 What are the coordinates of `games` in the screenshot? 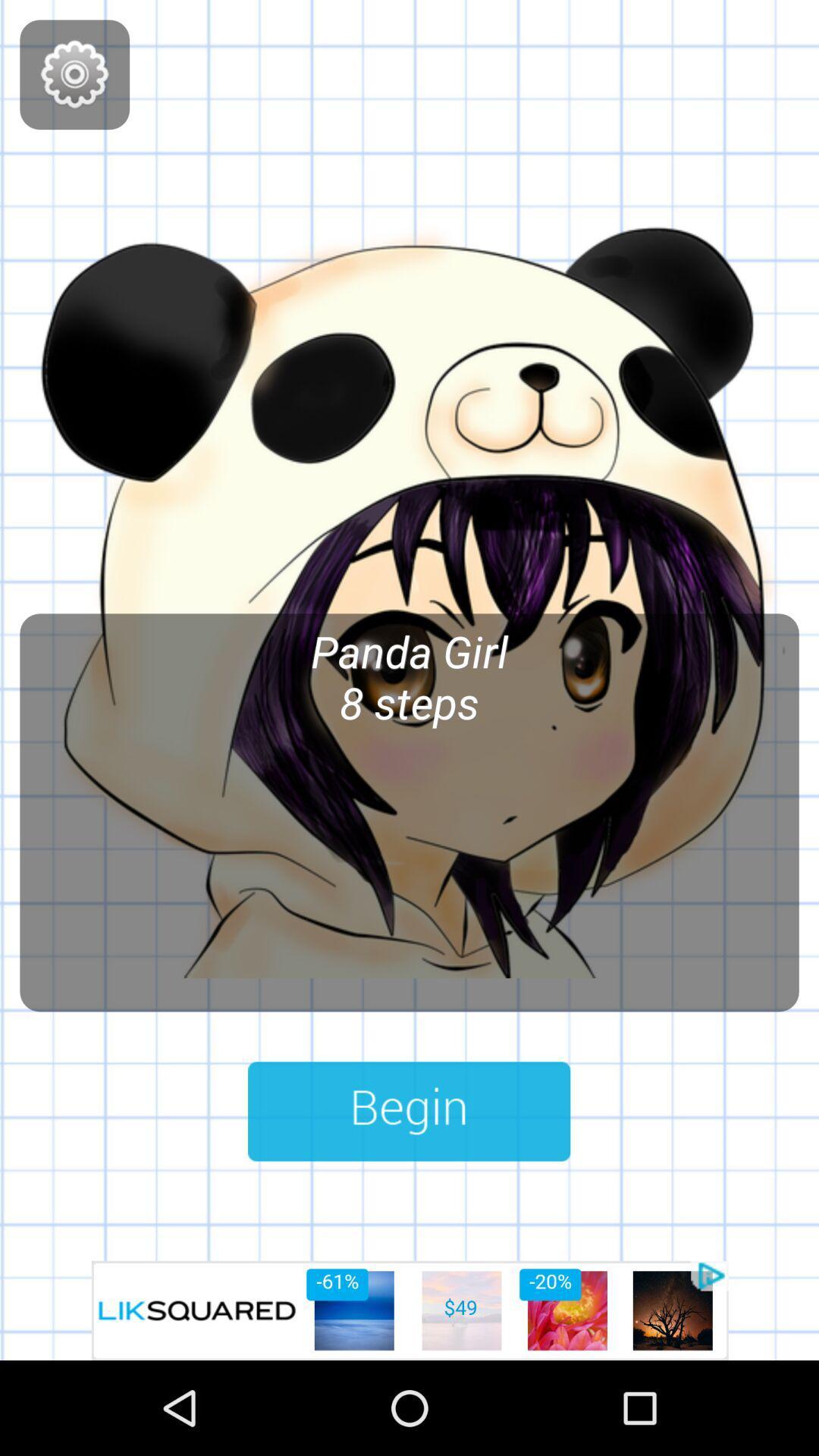 It's located at (74, 74).